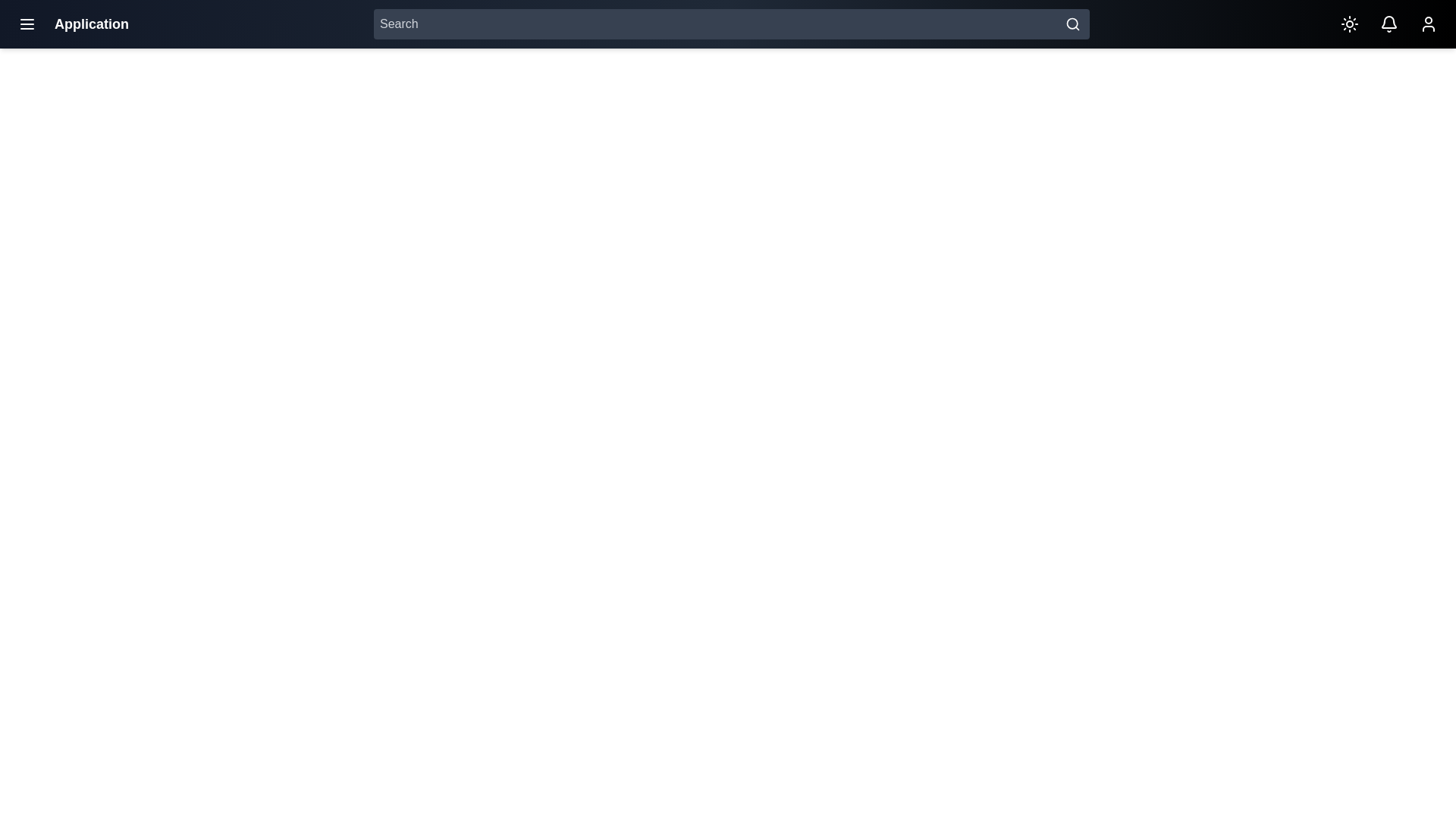  I want to click on the user icon to access the user profile, so click(1427, 24).